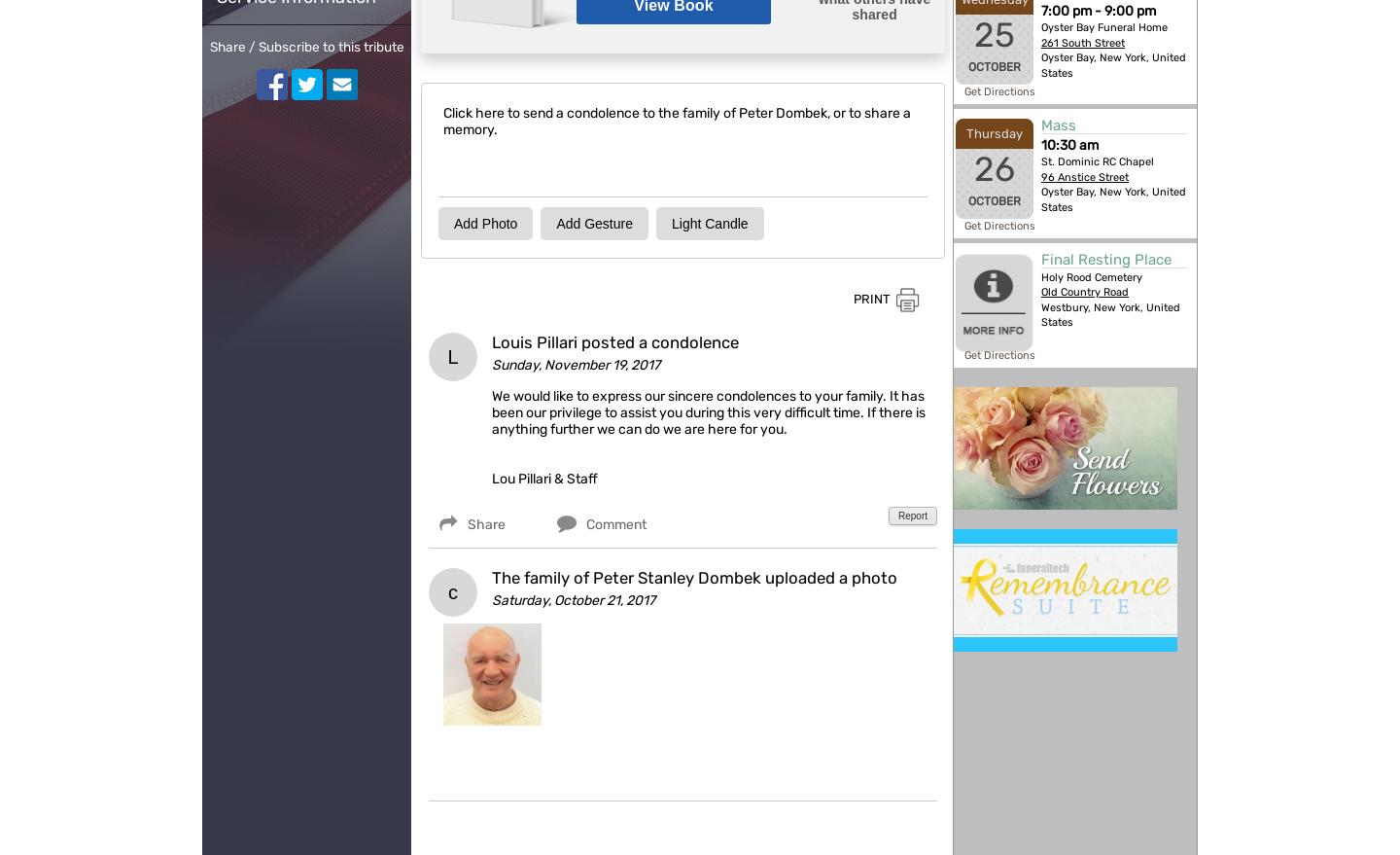  Describe the element at coordinates (1068, 144) in the screenshot. I see `'10:30 am'` at that location.